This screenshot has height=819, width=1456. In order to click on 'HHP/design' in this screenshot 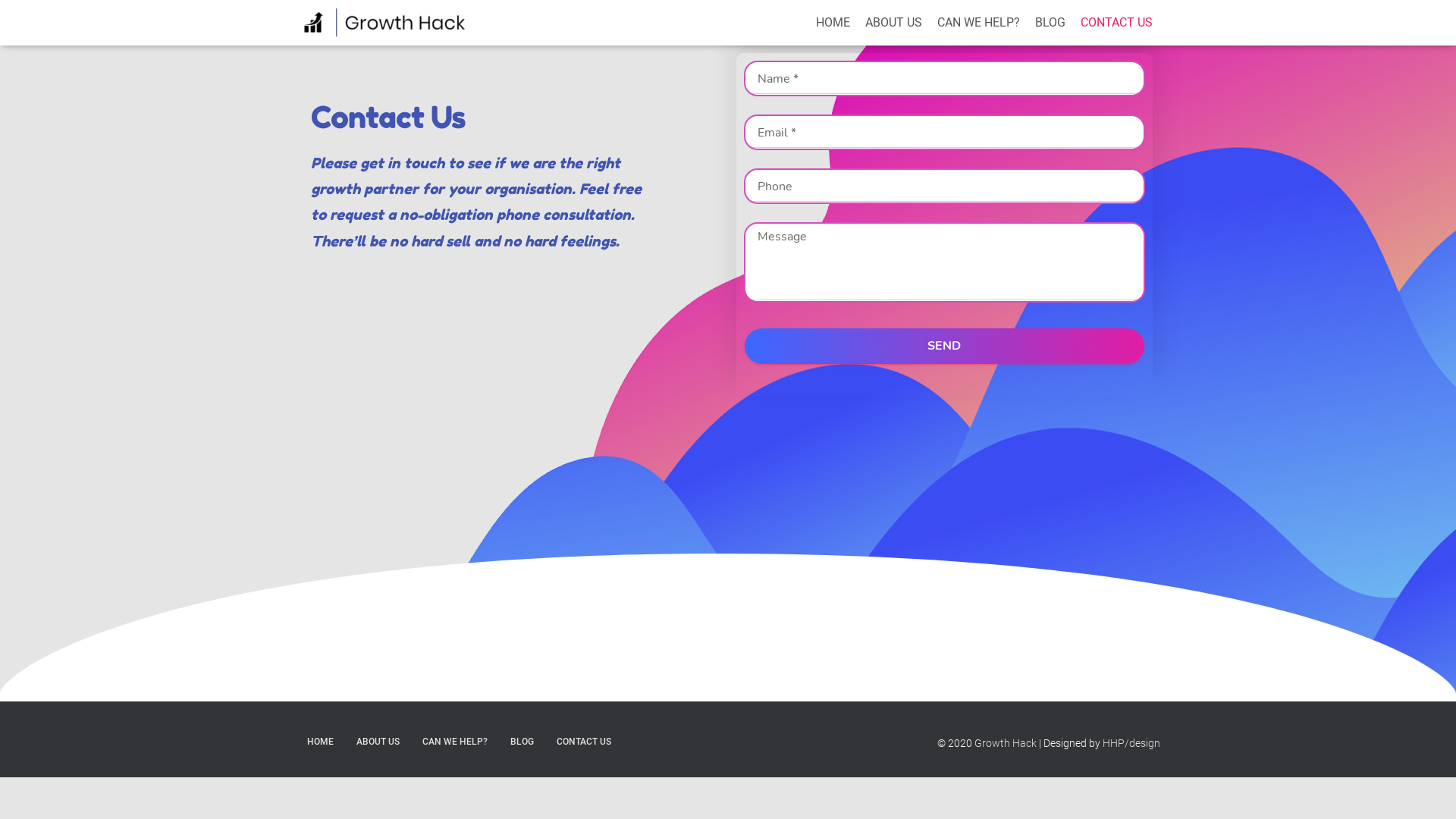, I will do `click(1131, 742)`.